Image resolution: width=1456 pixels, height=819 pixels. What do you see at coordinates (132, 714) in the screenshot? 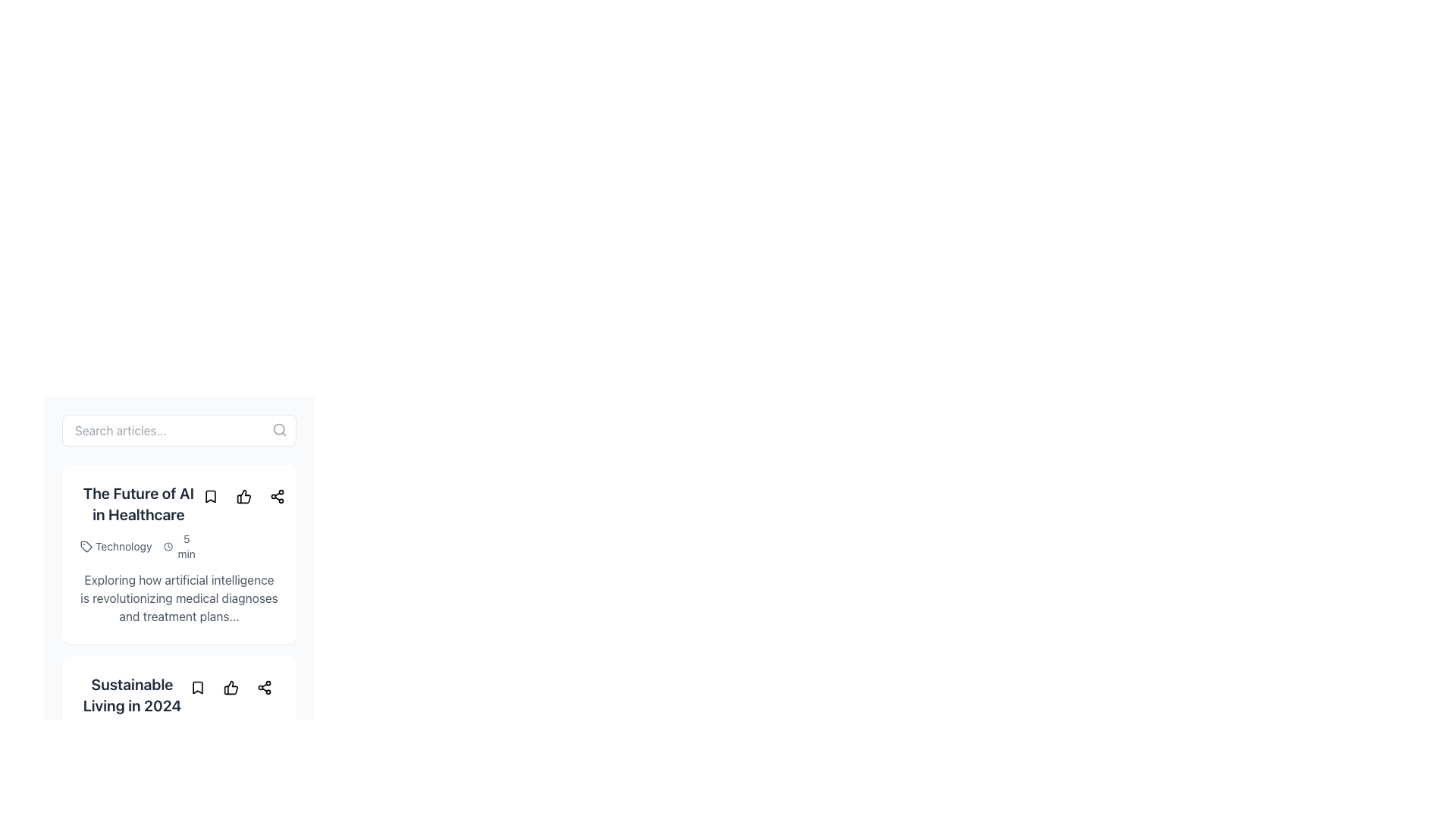
I see `the title text element located within the second article card, which is centrally aligned below the card titled 'The Future of AI in Healthcare'` at bounding box center [132, 714].